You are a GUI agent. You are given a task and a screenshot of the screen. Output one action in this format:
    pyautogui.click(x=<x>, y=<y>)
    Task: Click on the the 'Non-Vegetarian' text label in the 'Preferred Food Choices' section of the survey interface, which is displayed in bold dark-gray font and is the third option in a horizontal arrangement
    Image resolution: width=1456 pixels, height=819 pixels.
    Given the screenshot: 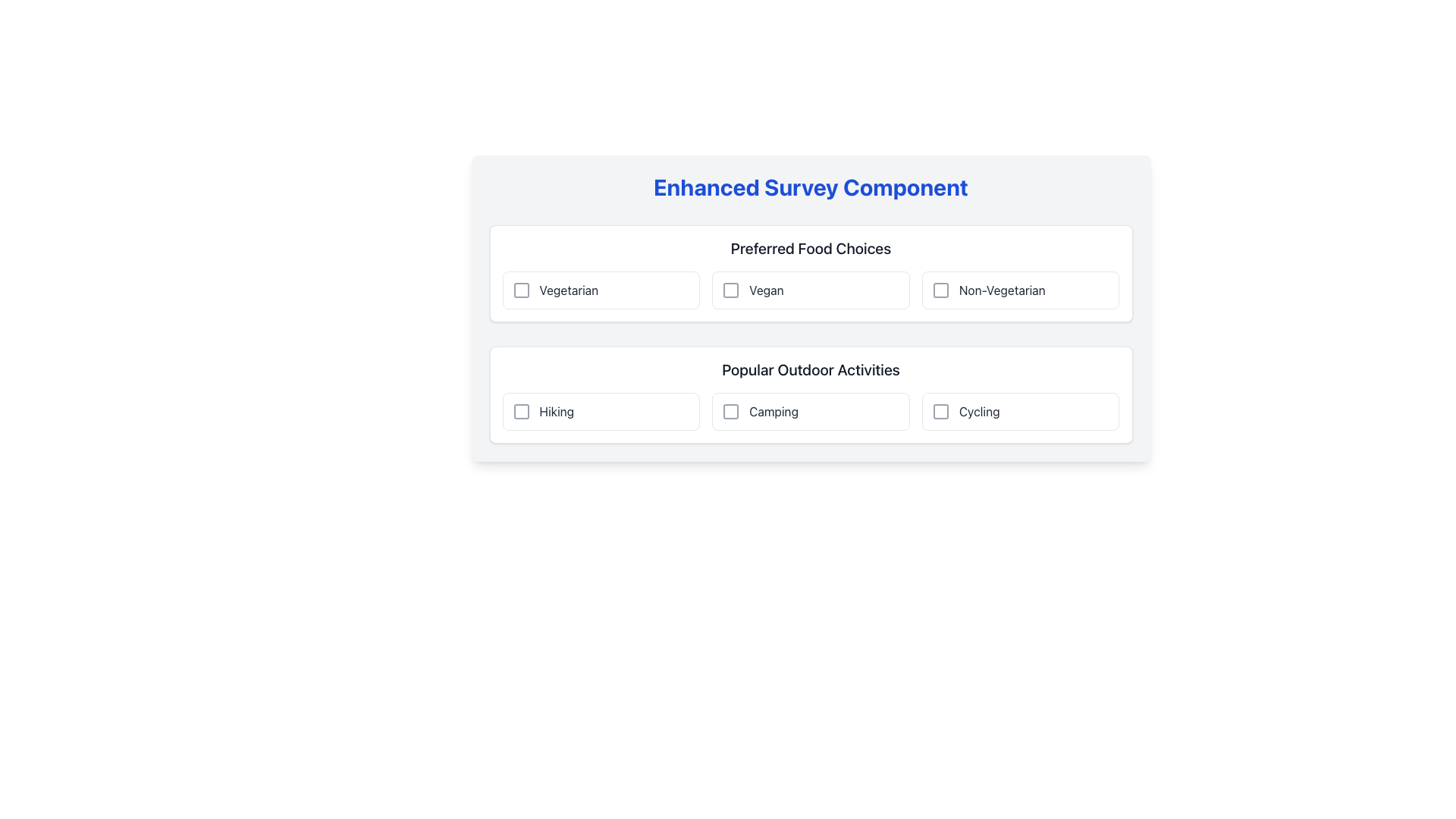 What is the action you would take?
    pyautogui.click(x=1002, y=290)
    